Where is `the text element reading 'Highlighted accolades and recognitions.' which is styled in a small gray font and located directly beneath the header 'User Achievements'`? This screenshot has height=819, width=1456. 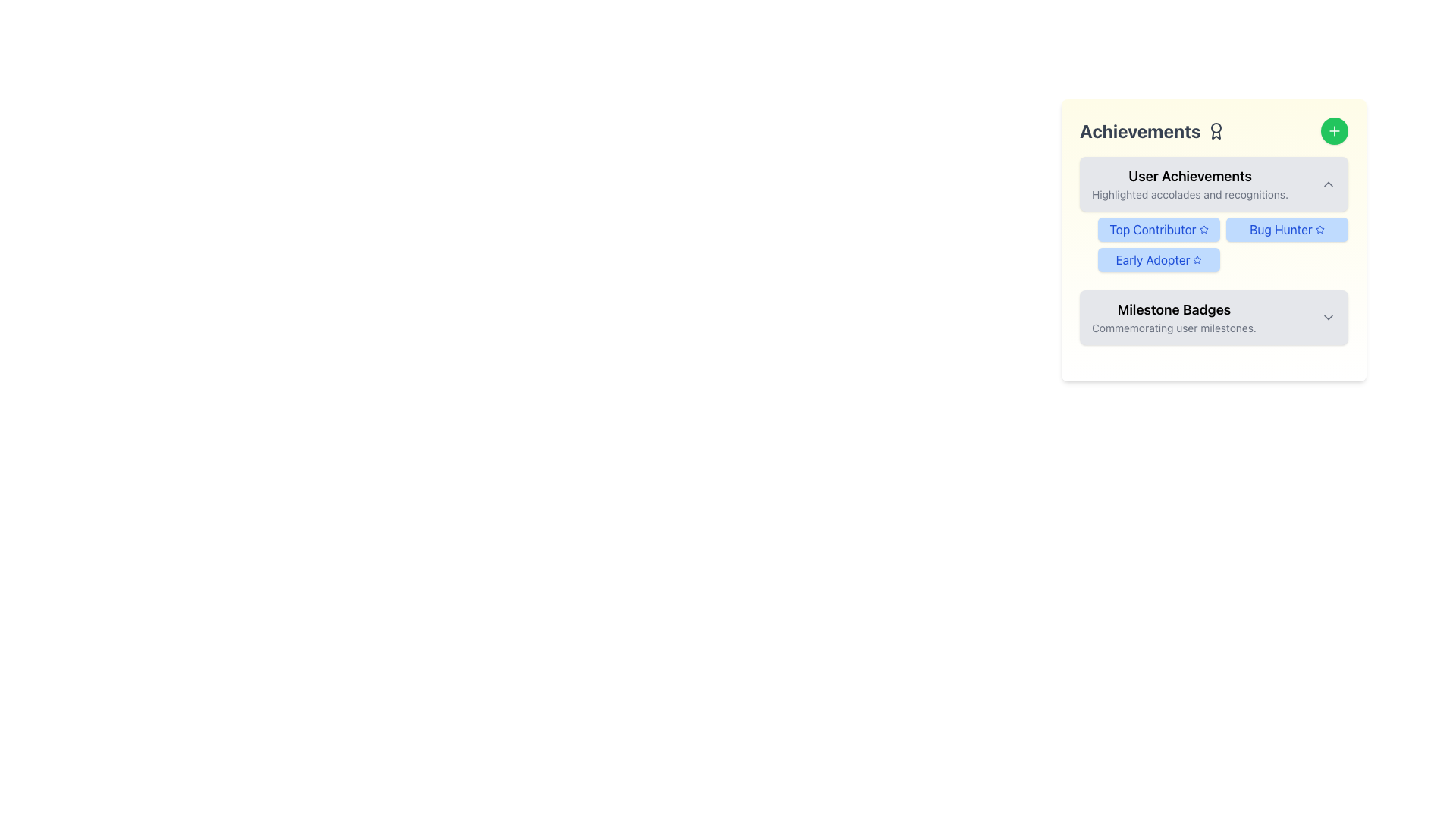 the text element reading 'Highlighted accolades and recognitions.' which is styled in a small gray font and located directly beneath the header 'User Achievements' is located at coordinates (1189, 194).